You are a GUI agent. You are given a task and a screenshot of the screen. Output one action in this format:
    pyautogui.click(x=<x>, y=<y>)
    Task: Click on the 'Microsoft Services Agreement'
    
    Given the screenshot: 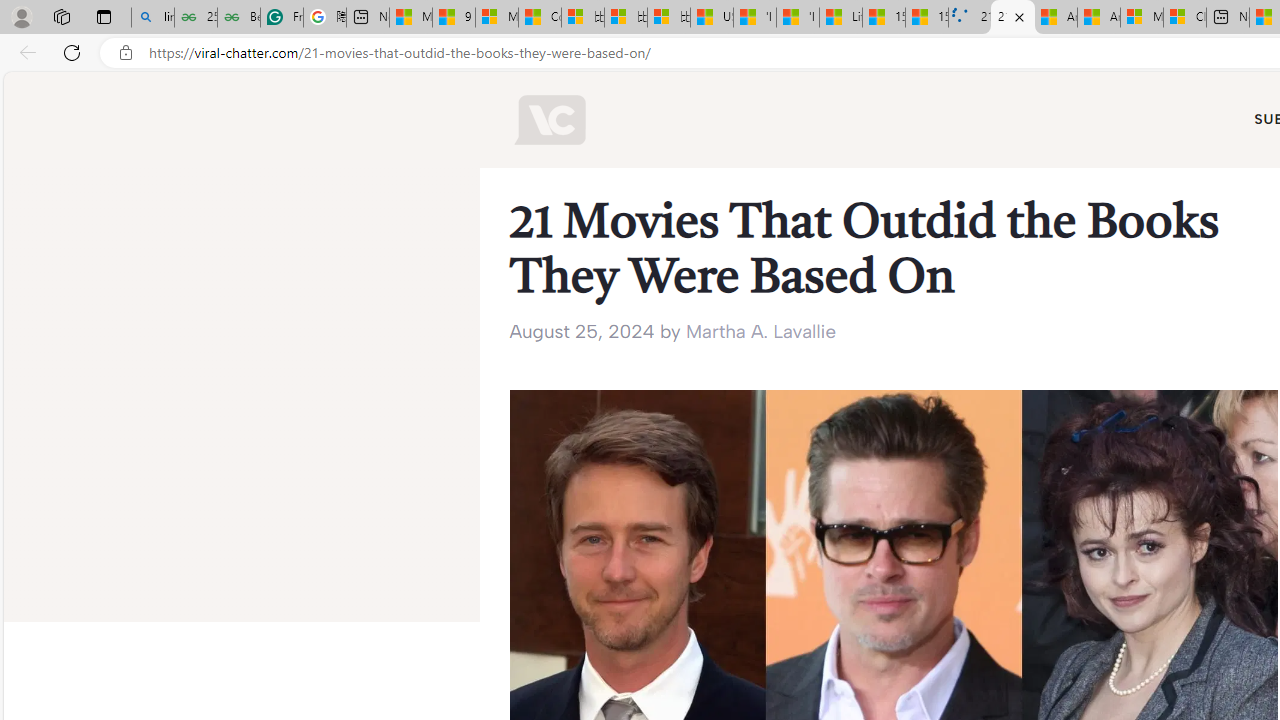 What is the action you would take?
    pyautogui.click(x=1142, y=17)
    